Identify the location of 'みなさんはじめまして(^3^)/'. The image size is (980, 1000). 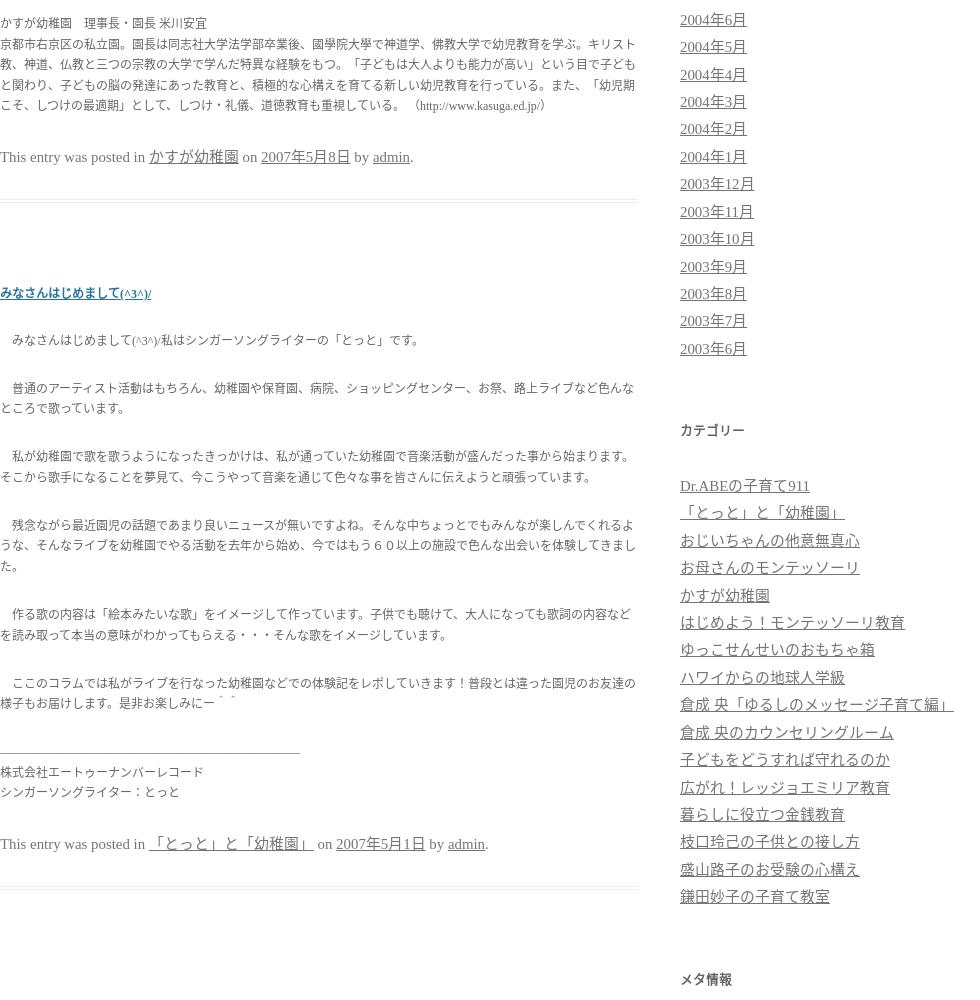
(0, 294).